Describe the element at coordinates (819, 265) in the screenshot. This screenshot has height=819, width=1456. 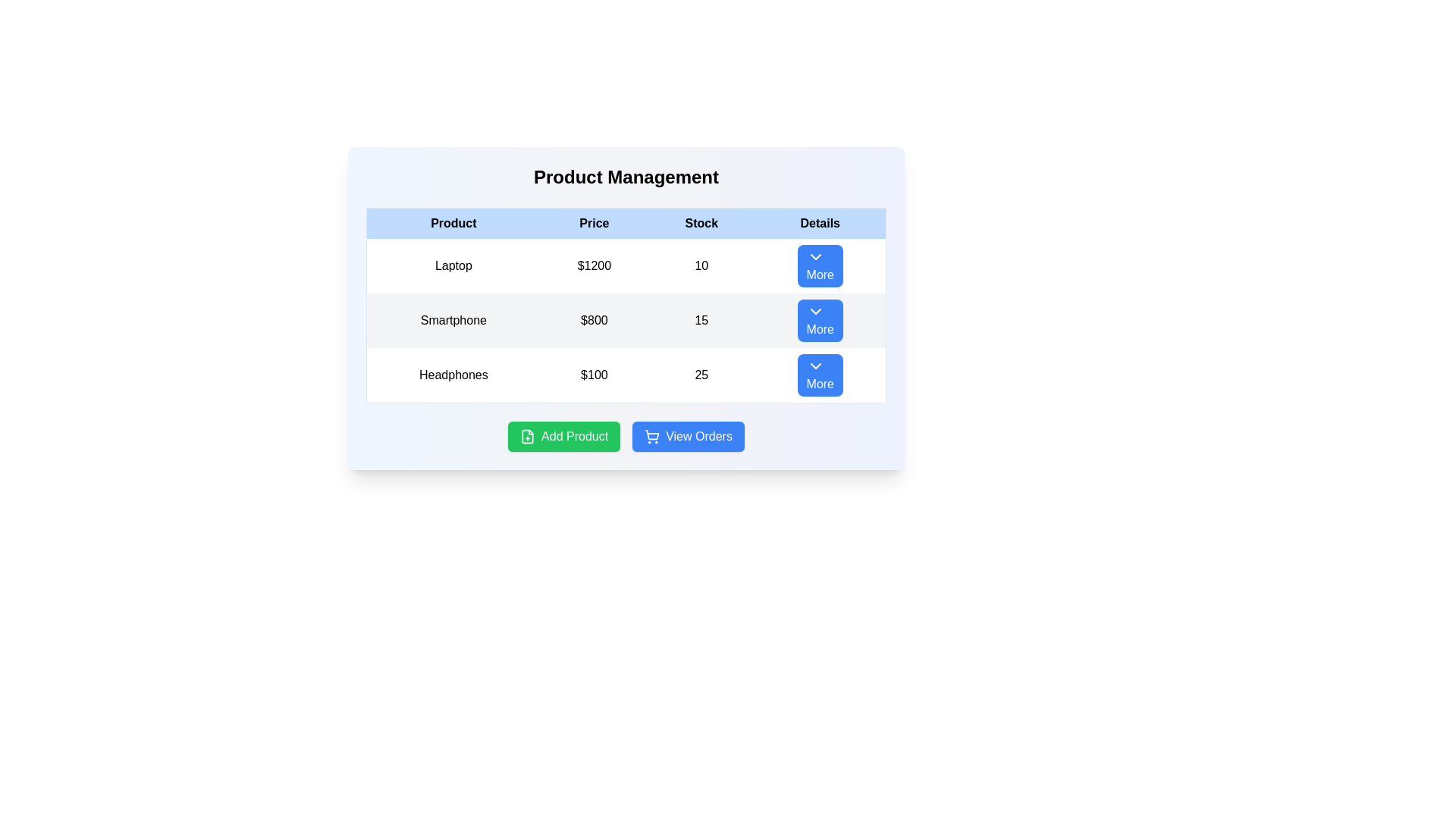
I see `the blue rectangular button labeled 'More' with a downward-facing chevron icon, located in the 'Details' column of the table under the 'Laptop' product` at that location.